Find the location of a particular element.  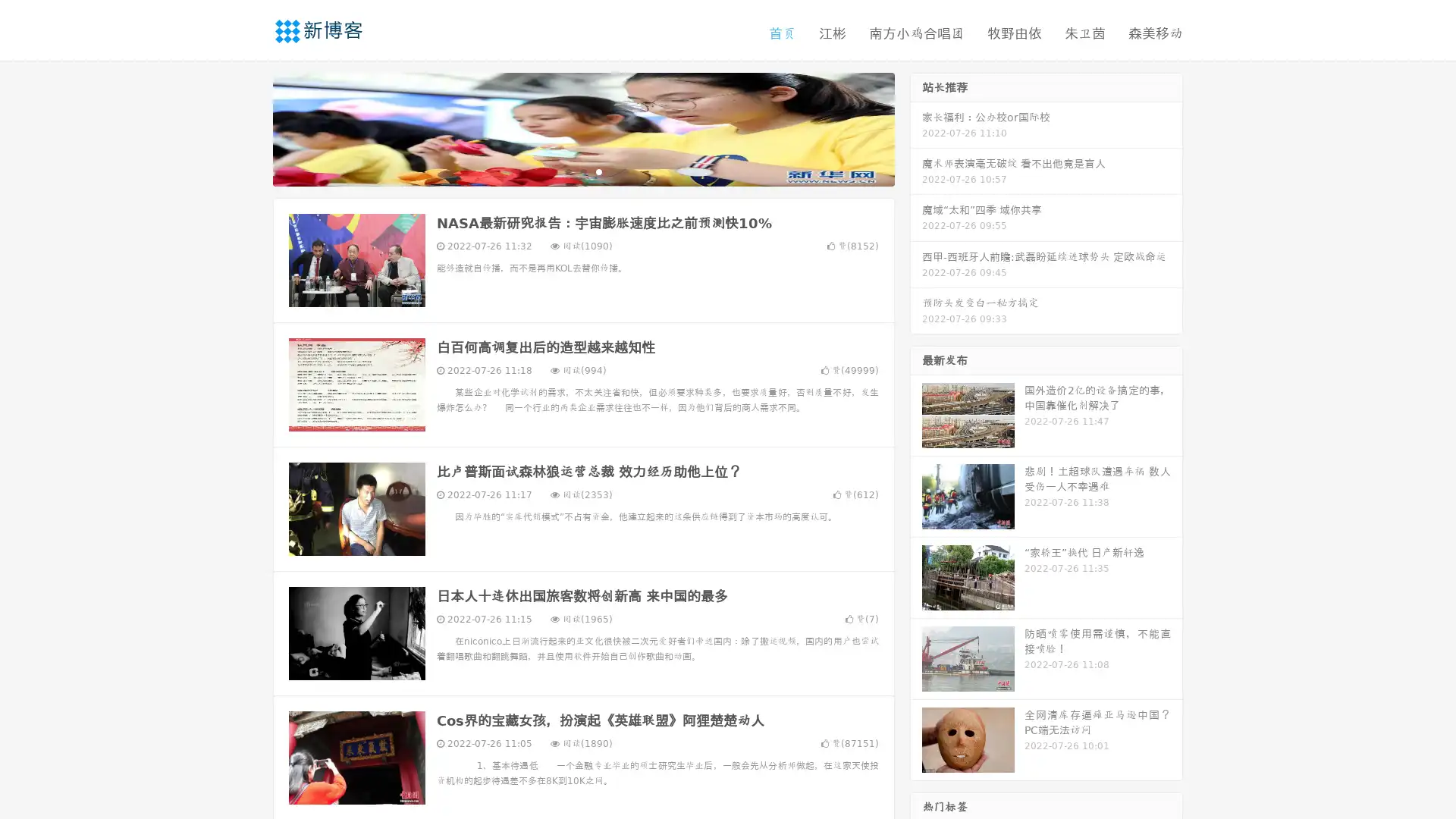

Go to slide 3 is located at coordinates (598, 171).